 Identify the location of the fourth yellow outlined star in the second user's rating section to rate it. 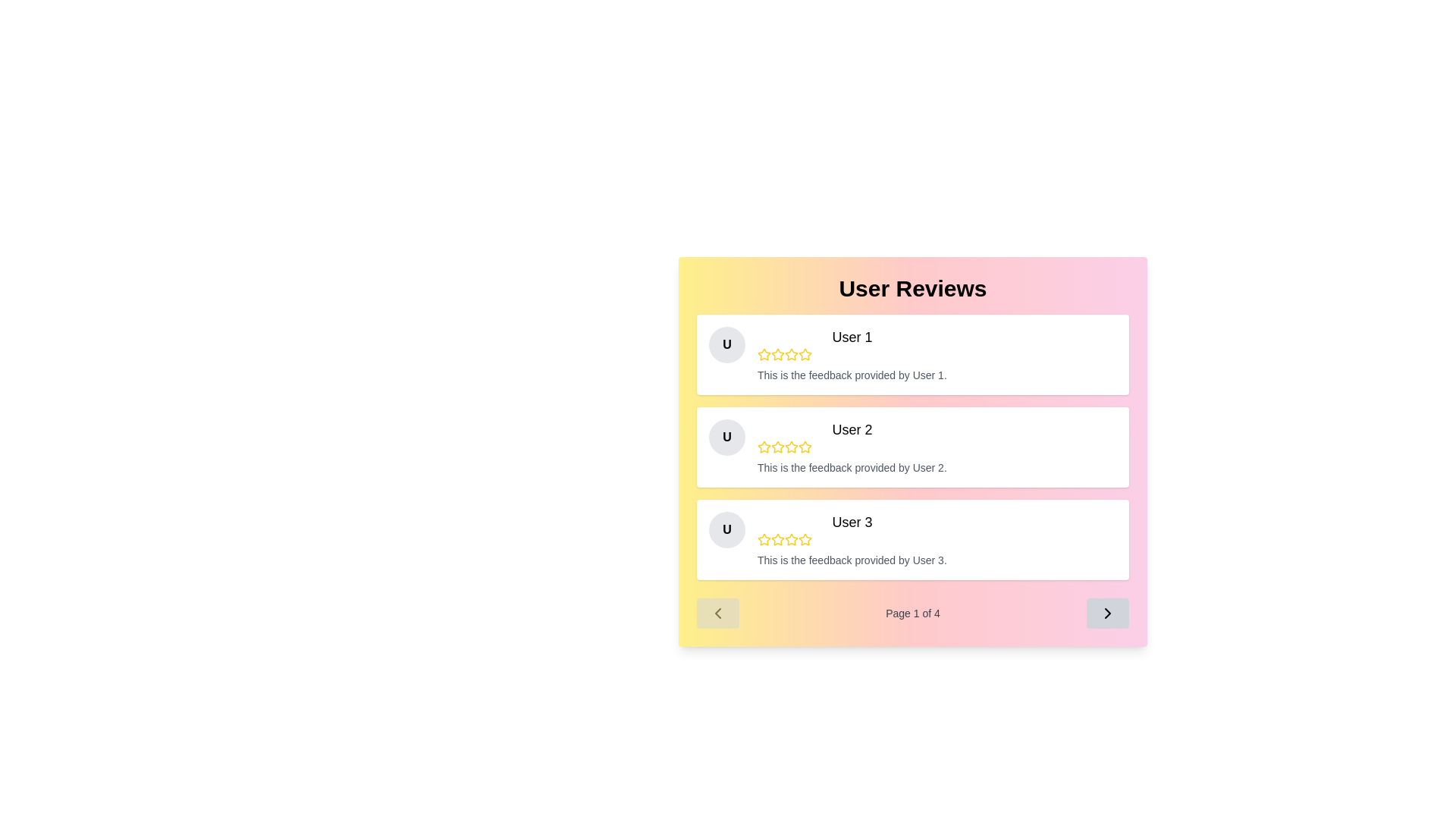
(790, 446).